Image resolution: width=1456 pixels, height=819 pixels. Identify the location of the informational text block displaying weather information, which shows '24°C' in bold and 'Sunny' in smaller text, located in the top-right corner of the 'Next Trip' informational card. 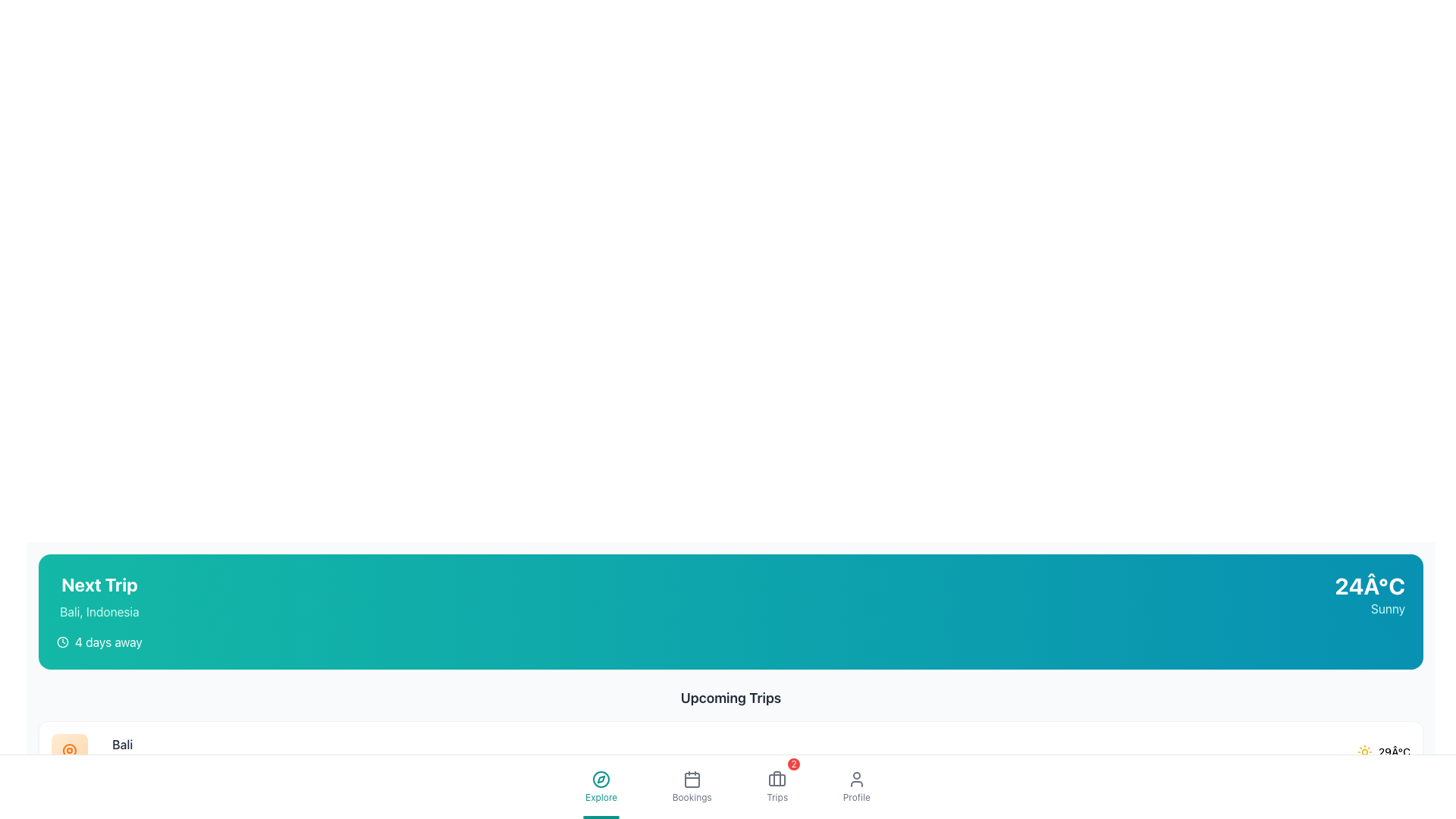
(1370, 595).